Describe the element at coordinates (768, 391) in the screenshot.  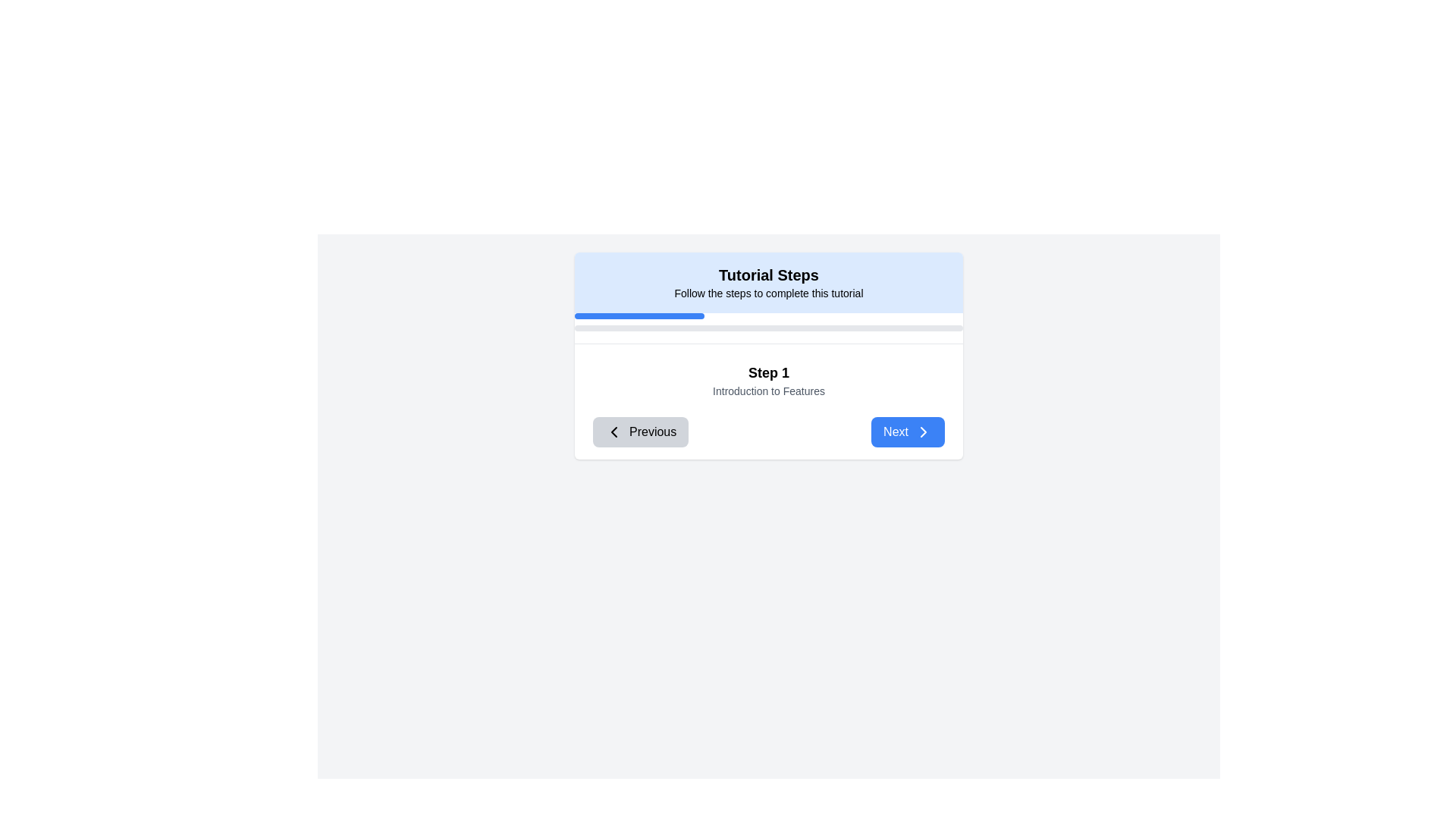
I see `the text element displaying 'Introduction to Features', which is located below the 'Step 1' heading in the 'Tutorial Steps' panel` at that location.